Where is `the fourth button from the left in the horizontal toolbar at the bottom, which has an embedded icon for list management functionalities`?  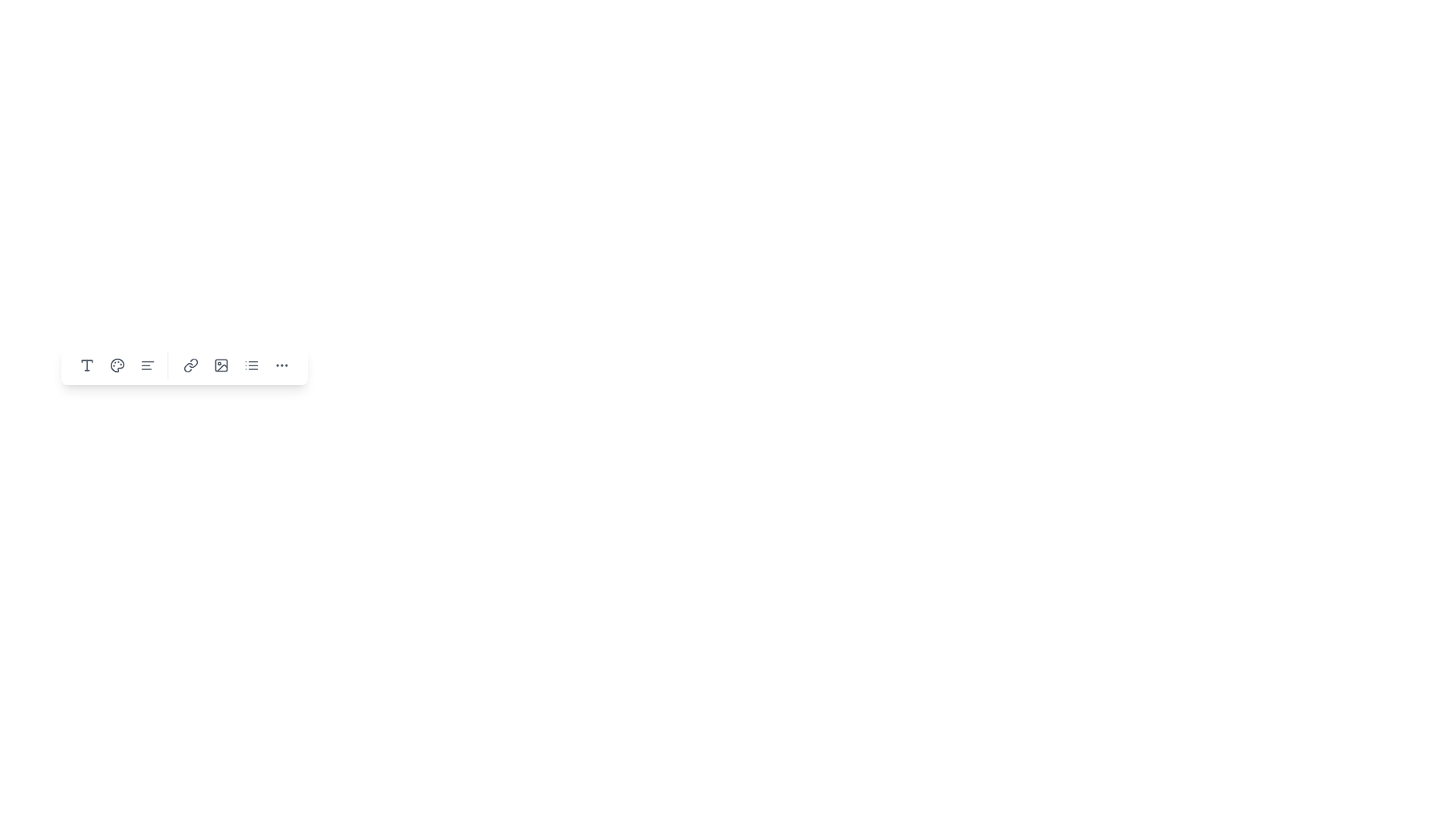 the fourth button from the left in the horizontal toolbar at the bottom, which has an embedded icon for list management functionalities is located at coordinates (251, 366).